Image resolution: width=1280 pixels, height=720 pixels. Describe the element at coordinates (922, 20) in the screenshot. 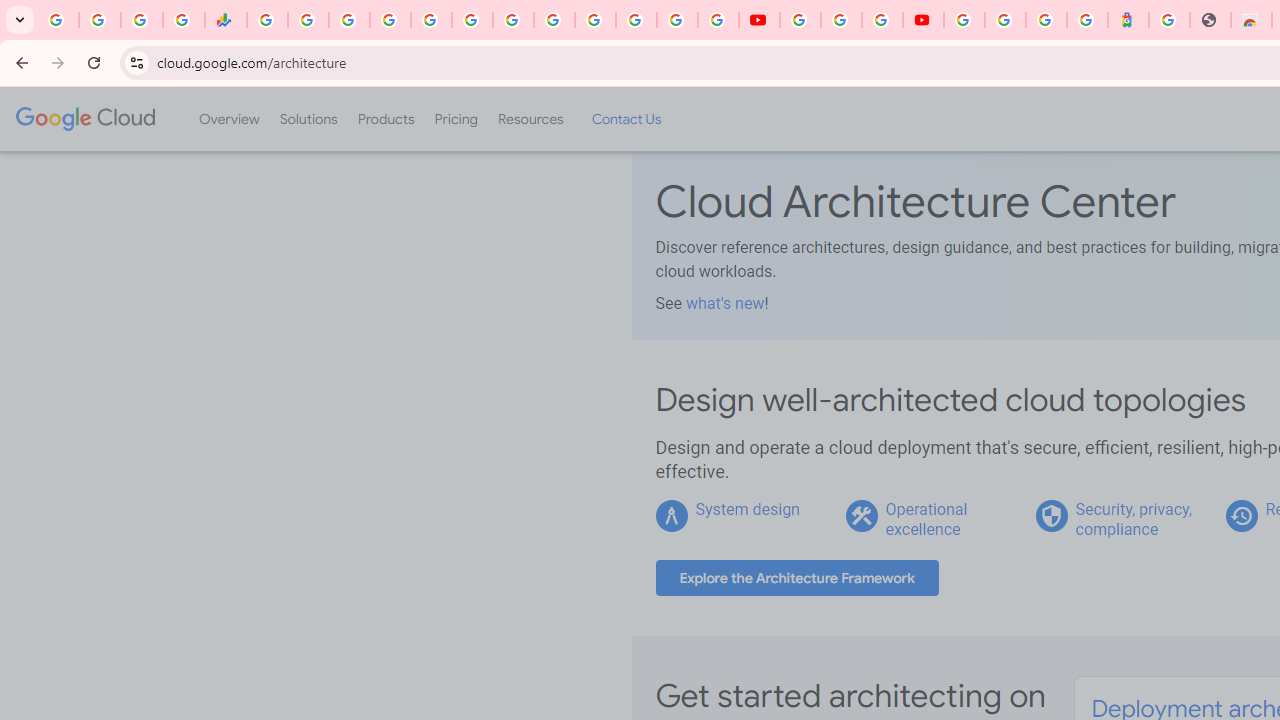

I see `'Content Creator Programs & Opportunities - YouTube Creators'` at that location.